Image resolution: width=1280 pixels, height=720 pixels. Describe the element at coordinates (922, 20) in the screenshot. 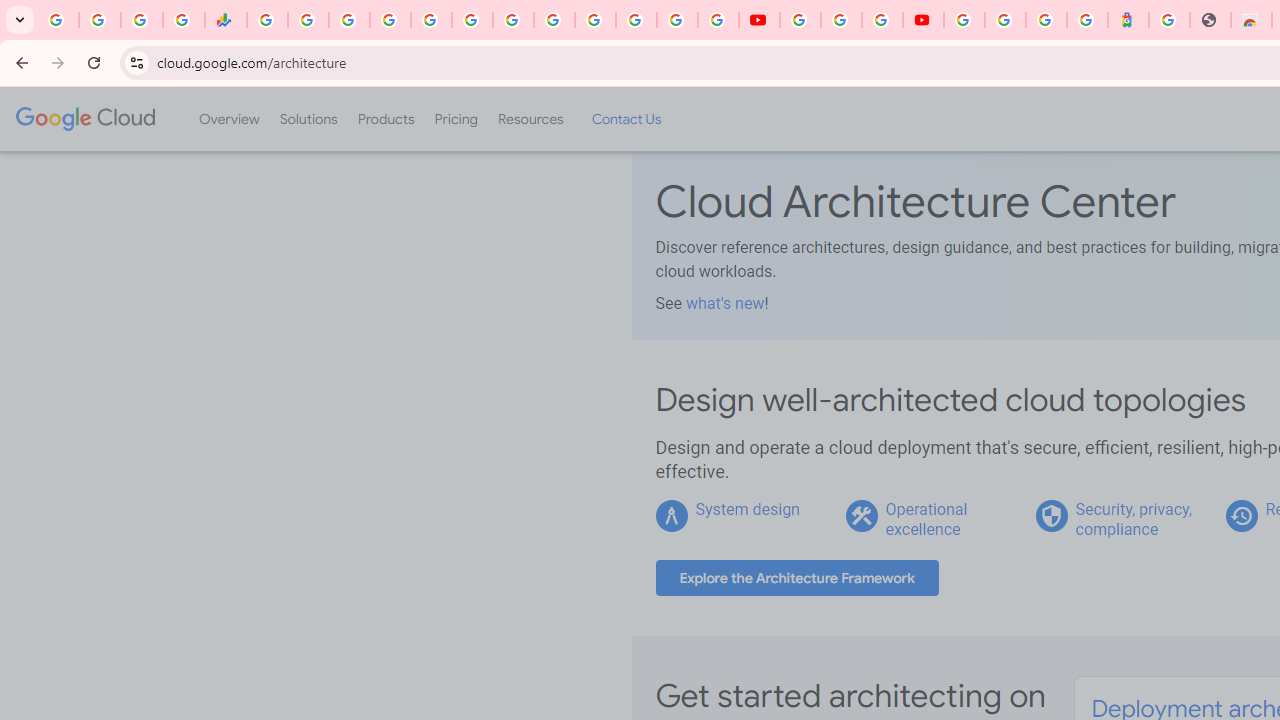

I see `'Content Creator Programs & Opportunities - YouTube Creators'` at that location.